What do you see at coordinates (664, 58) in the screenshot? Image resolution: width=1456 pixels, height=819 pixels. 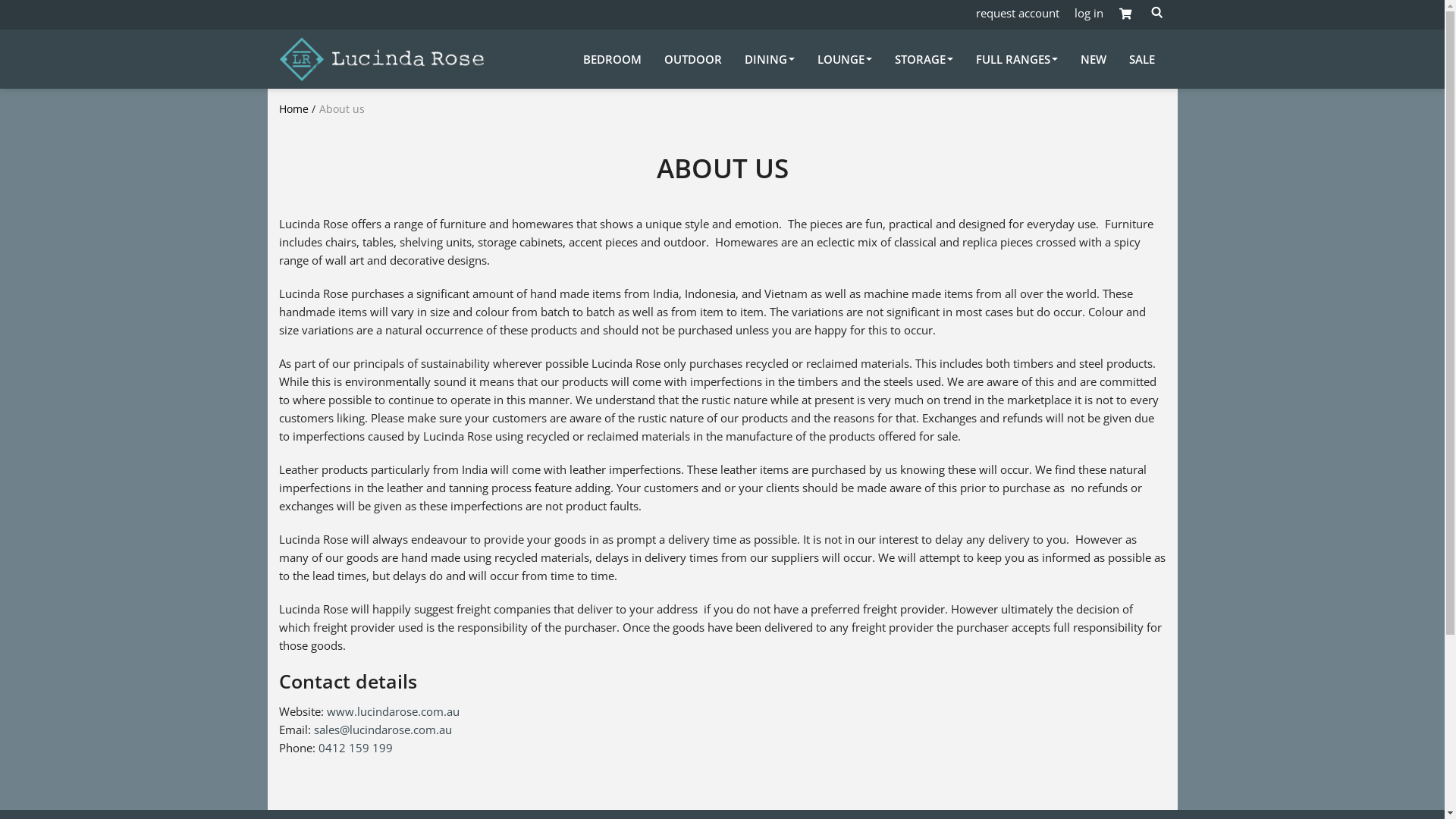 I see `'OUTDOOR'` at bounding box center [664, 58].